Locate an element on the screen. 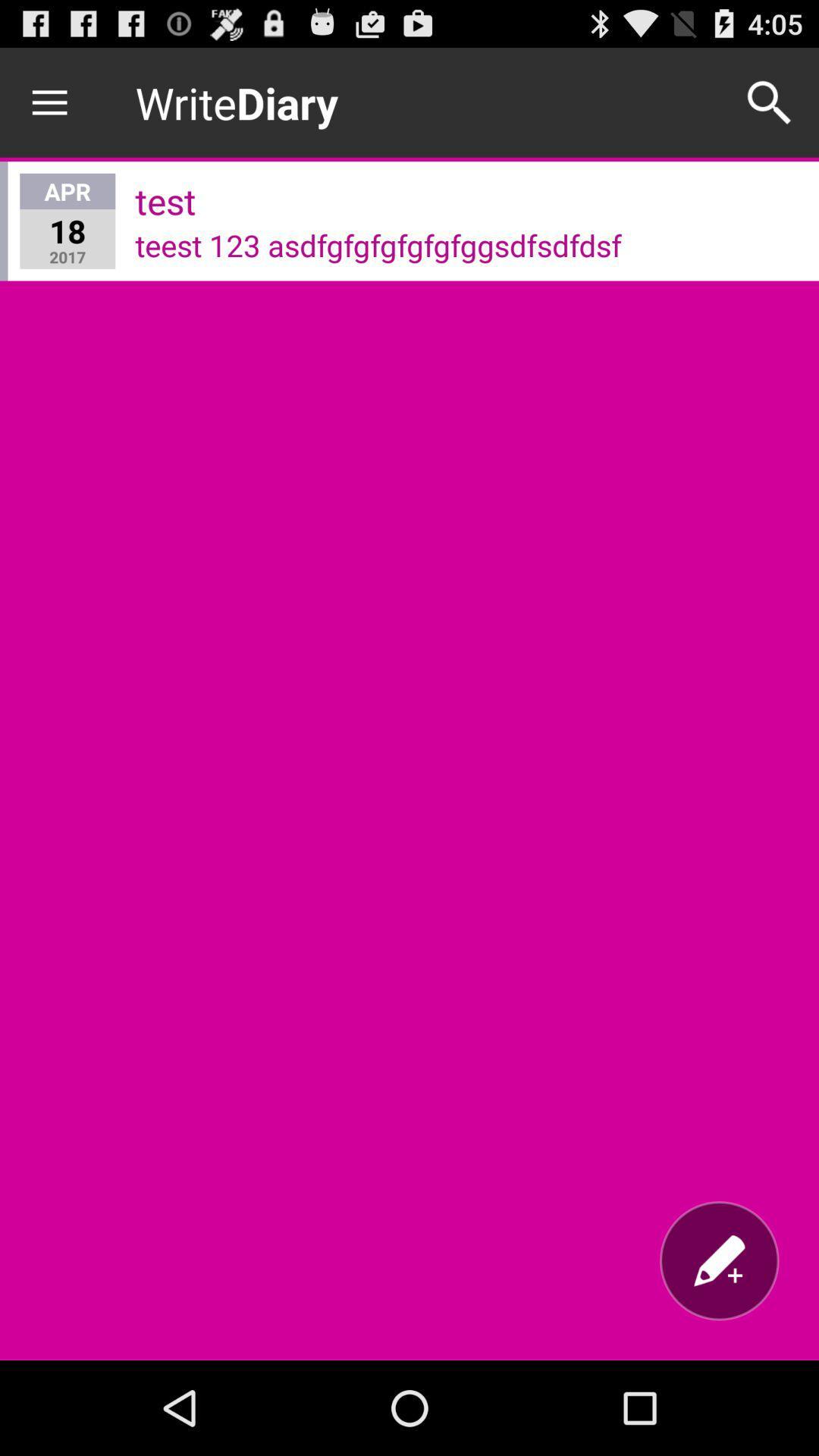 The height and width of the screenshot is (1456, 819). the edit icon is located at coordinates (718, 1349).